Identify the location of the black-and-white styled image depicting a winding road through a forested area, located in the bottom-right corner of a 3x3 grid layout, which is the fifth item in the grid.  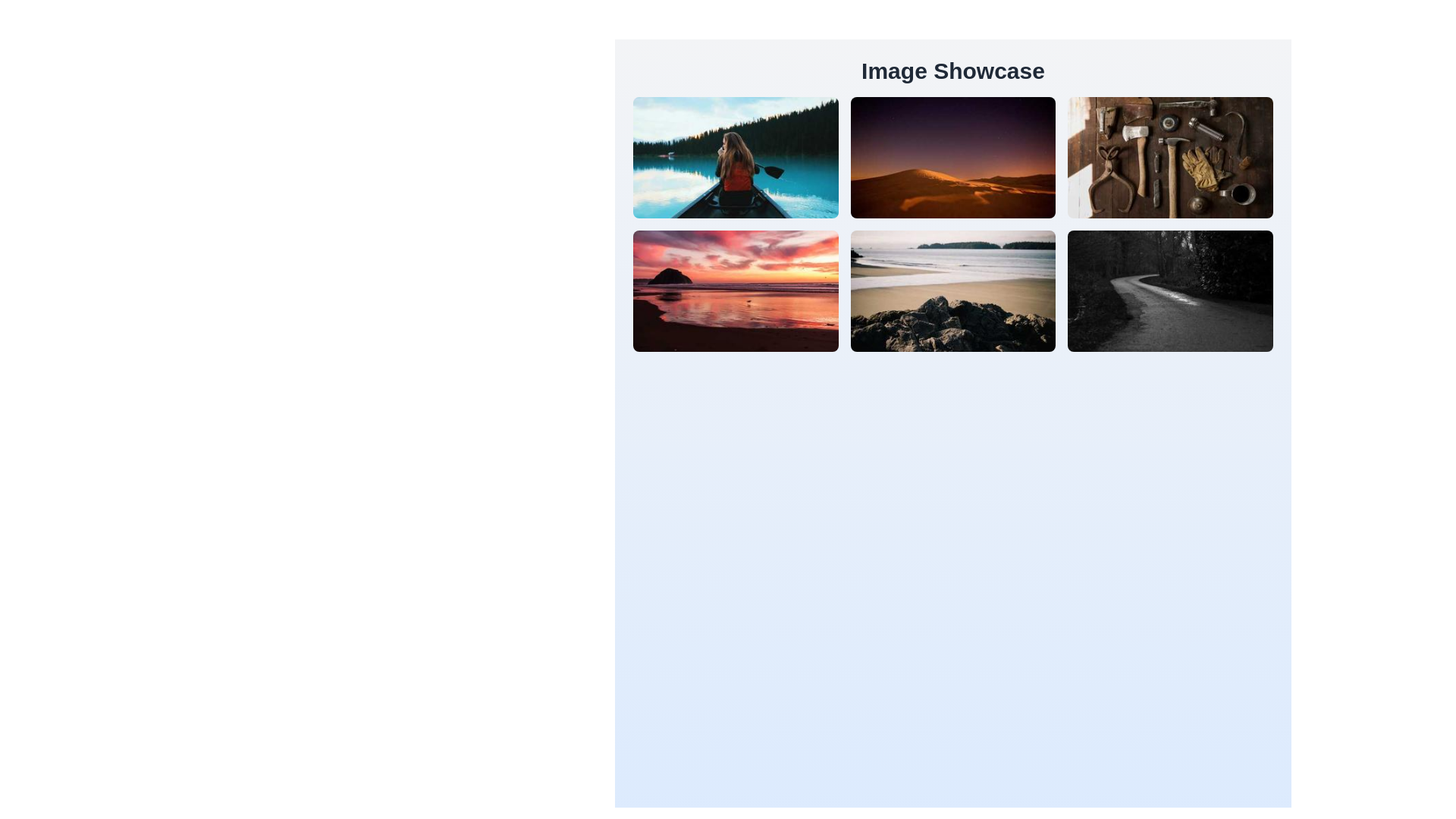
(1169, 291).